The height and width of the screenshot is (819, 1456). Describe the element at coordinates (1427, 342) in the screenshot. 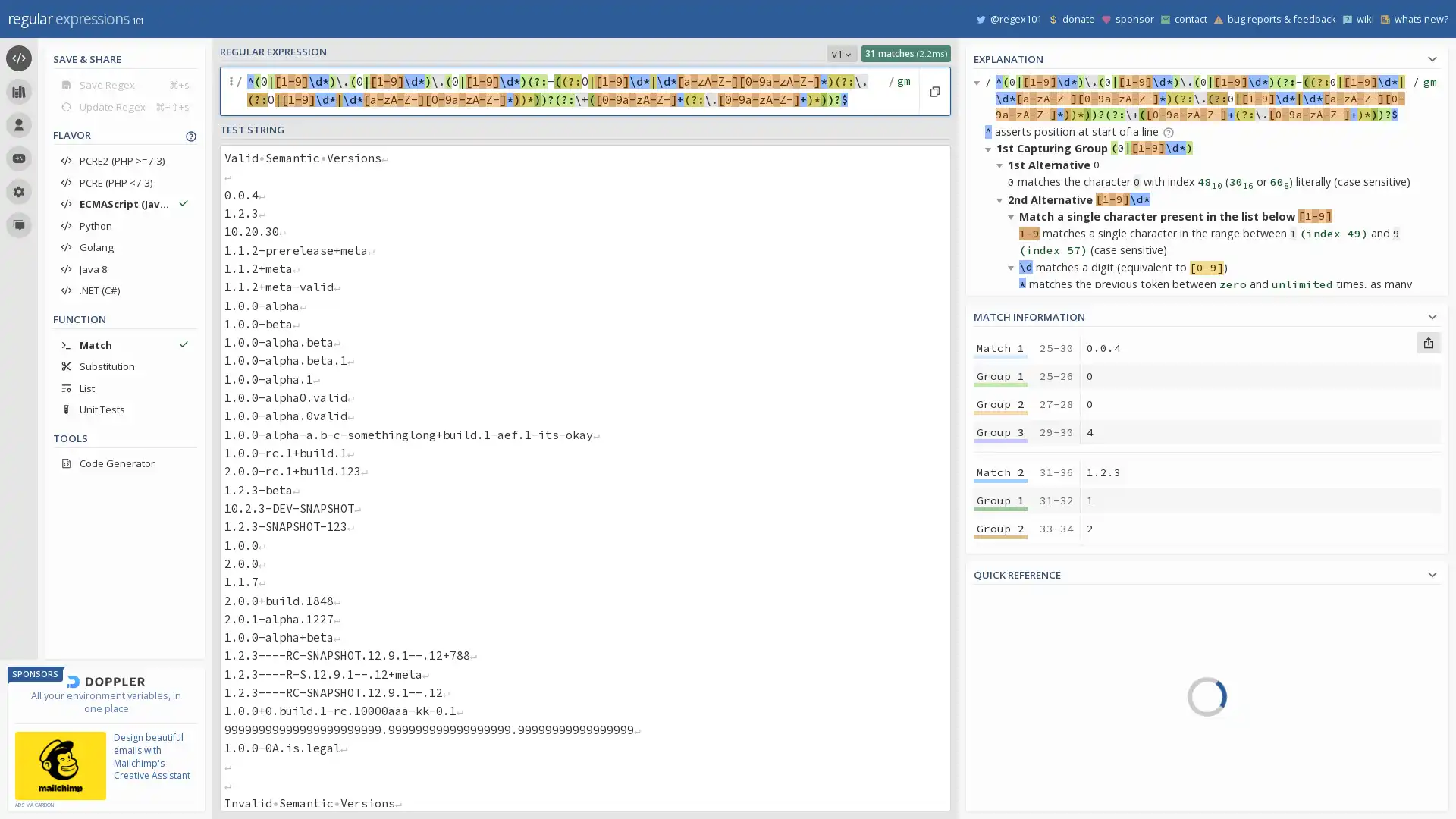

I see `Export Matches` at that location.